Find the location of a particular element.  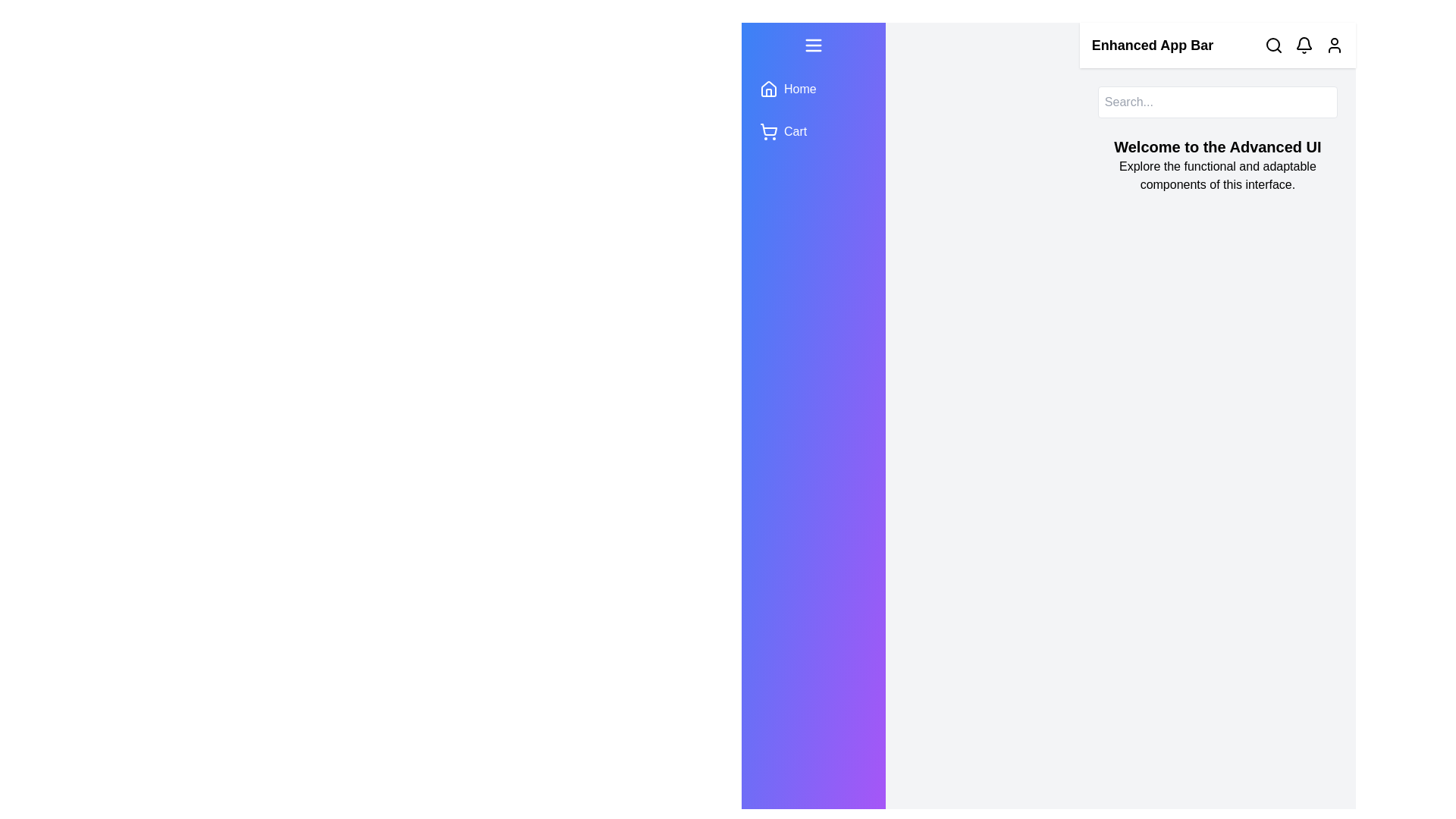

the 'Home' menu item in the sidebar is located at coordinates (812, 89).